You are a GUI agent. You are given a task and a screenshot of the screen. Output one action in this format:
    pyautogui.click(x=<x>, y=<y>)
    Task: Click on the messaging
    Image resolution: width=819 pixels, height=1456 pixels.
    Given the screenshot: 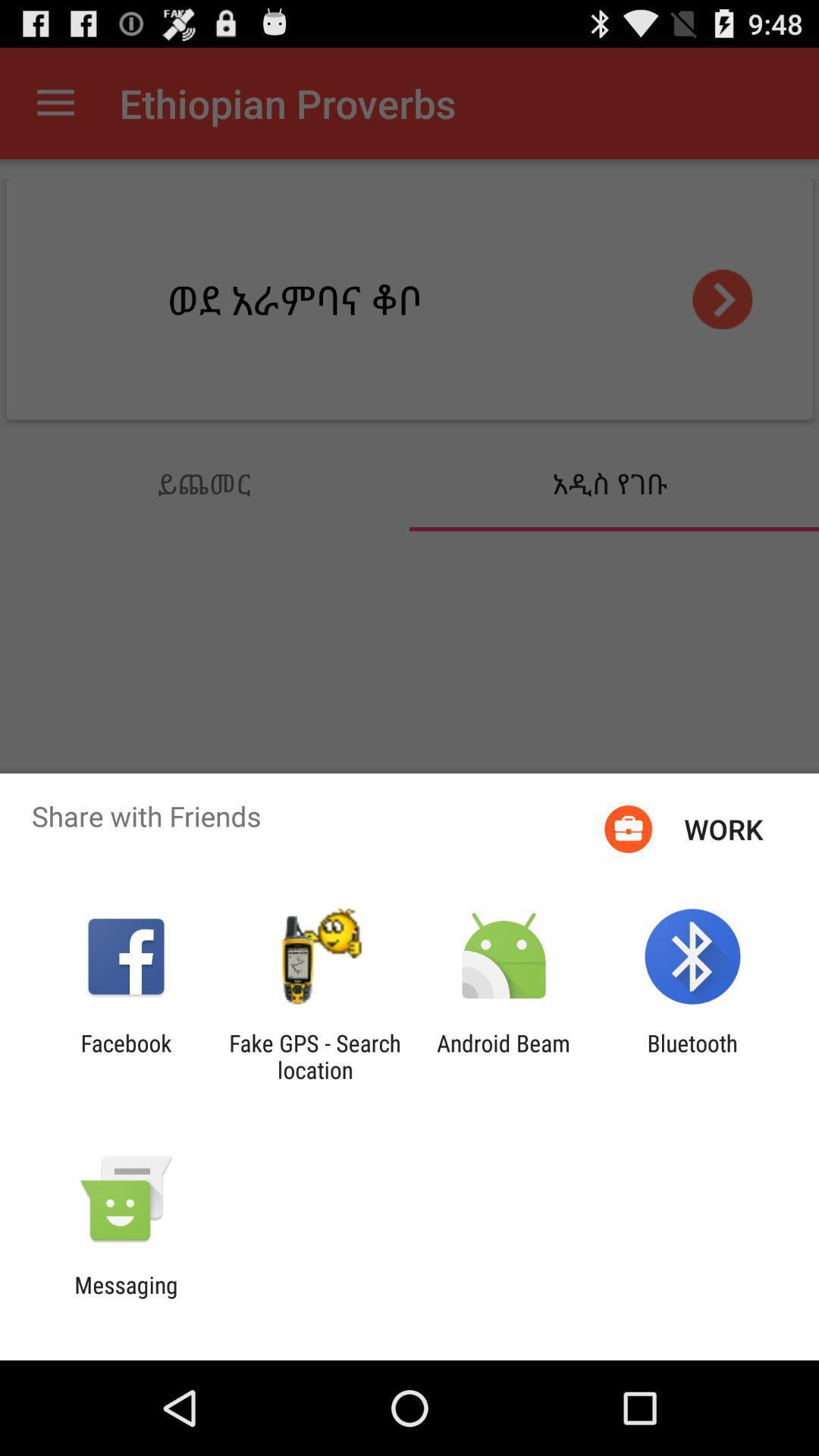 What is the action you would take?
    pyautogui.click(x=125, y=1298)
    